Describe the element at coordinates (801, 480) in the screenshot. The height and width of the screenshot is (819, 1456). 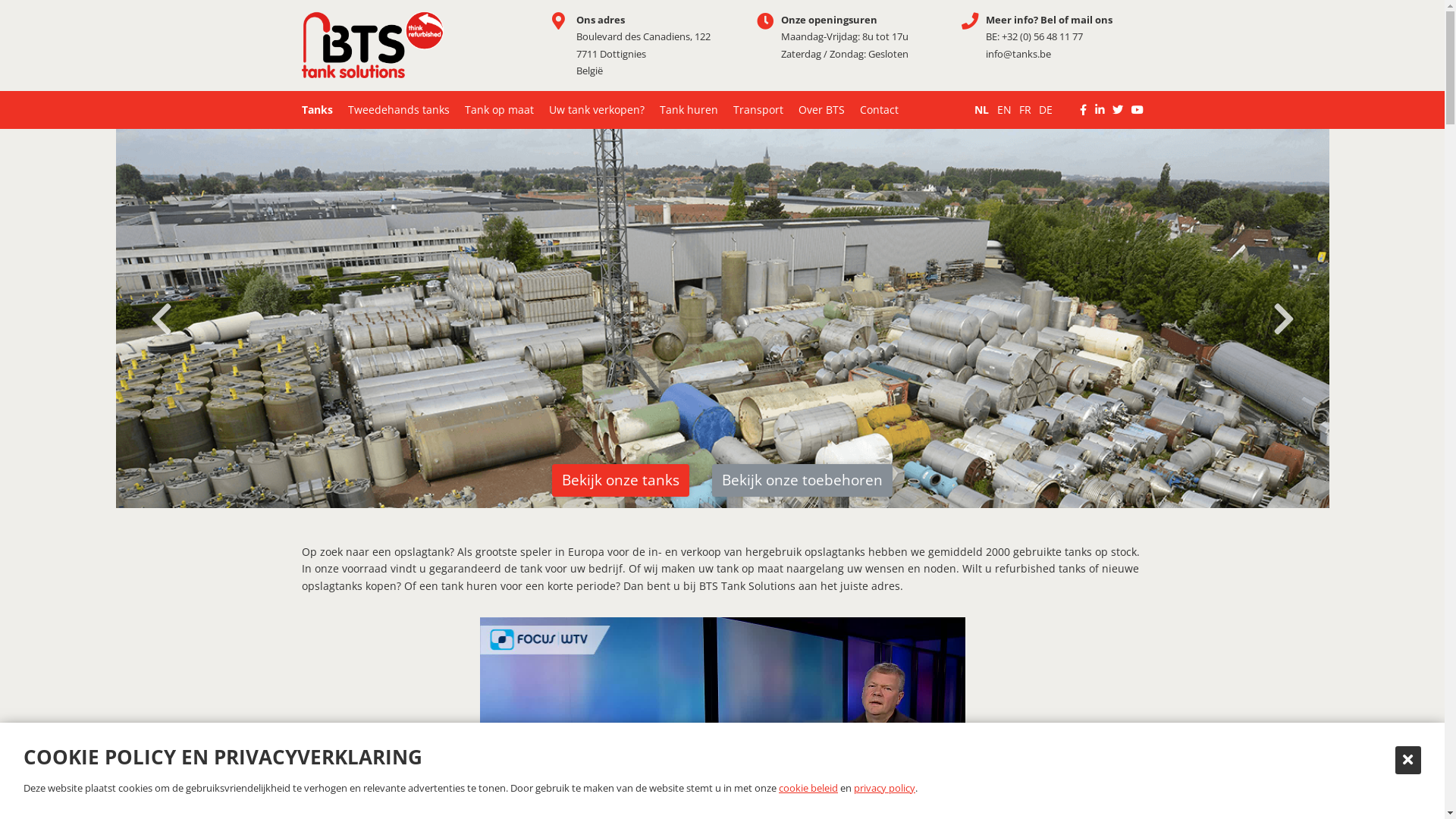
I see `'Bekijk onze toebehoren'` at that location.